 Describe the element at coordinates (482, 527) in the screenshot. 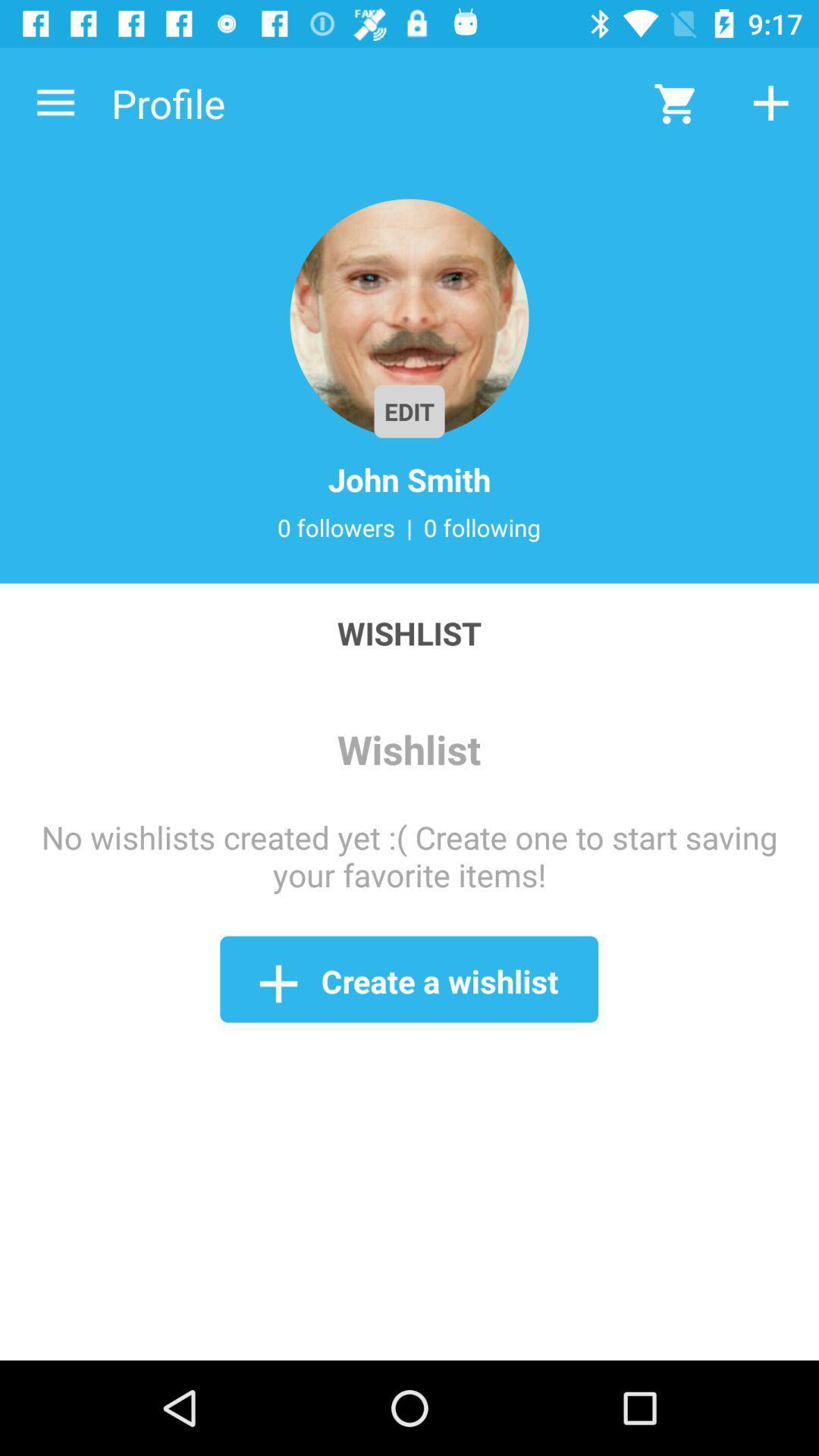

I see `icon next to the   |` at that location.